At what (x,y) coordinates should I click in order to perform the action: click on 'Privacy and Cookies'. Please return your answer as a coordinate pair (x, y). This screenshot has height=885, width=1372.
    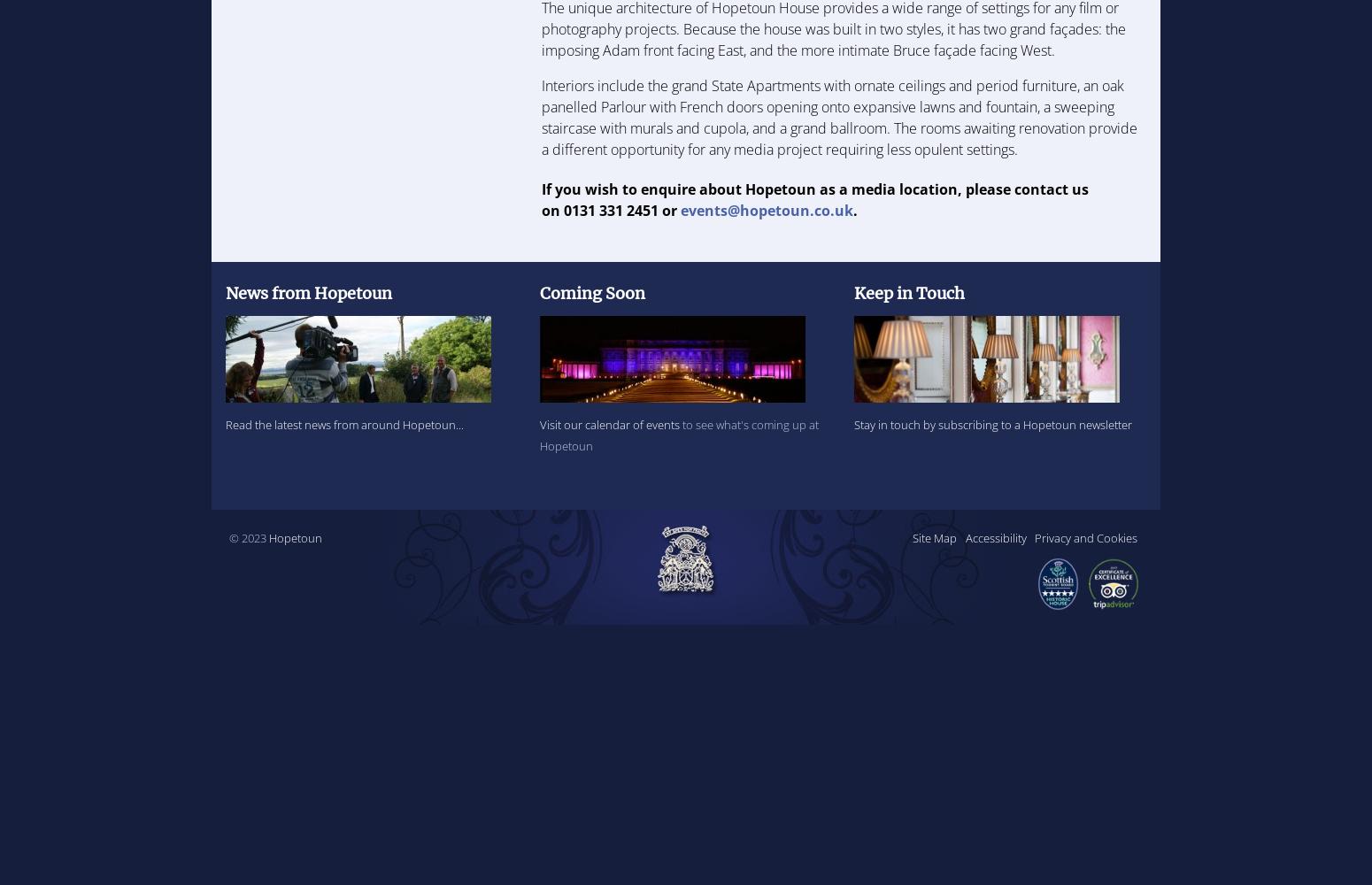
    Looking at the image, I should click on (1085, 536).